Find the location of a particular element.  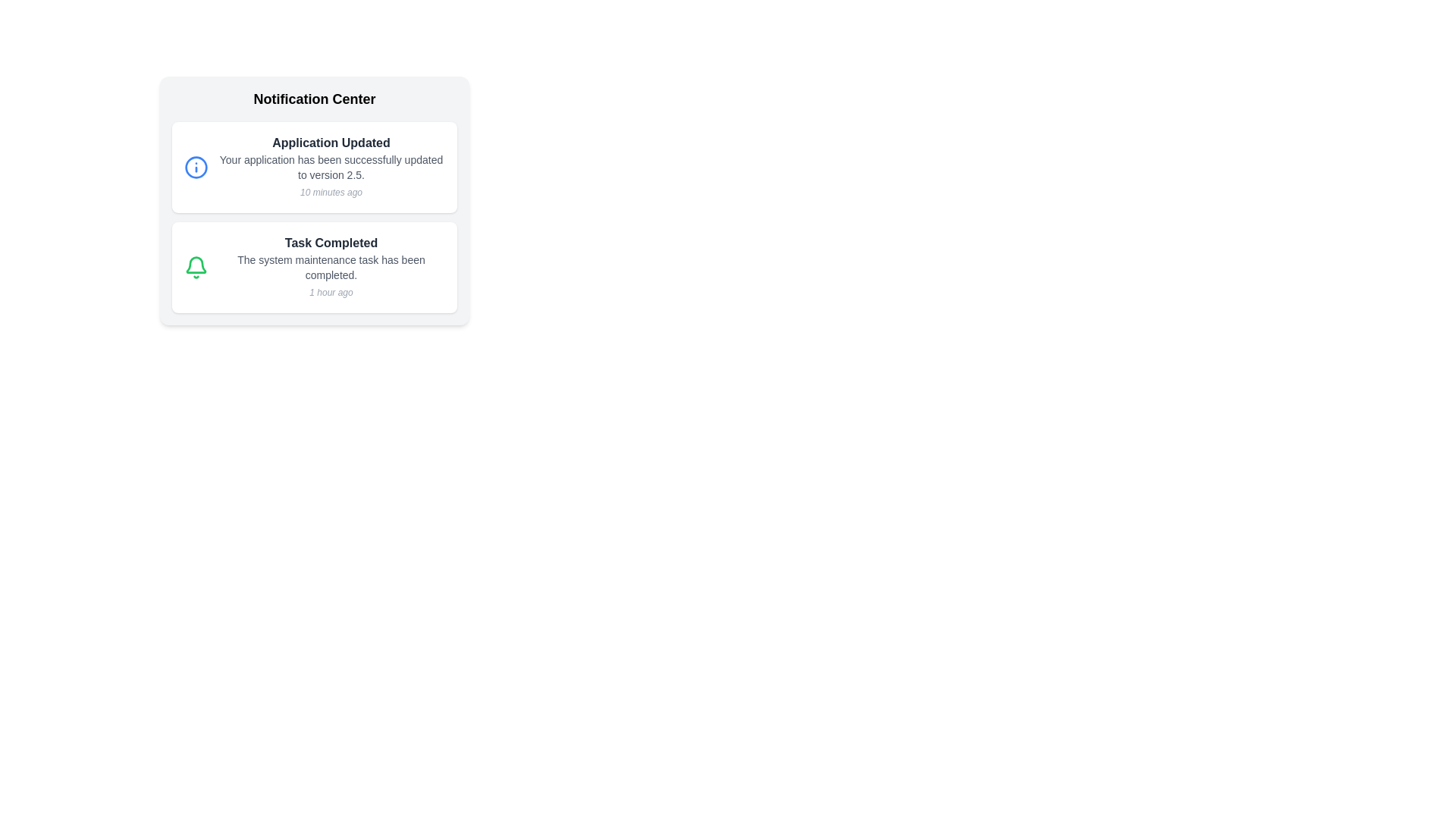

the green bell icon located in the second notification card under the 'Notification Center', adjacent to the 'Task Completed' title is located at coordinates (196, 267).